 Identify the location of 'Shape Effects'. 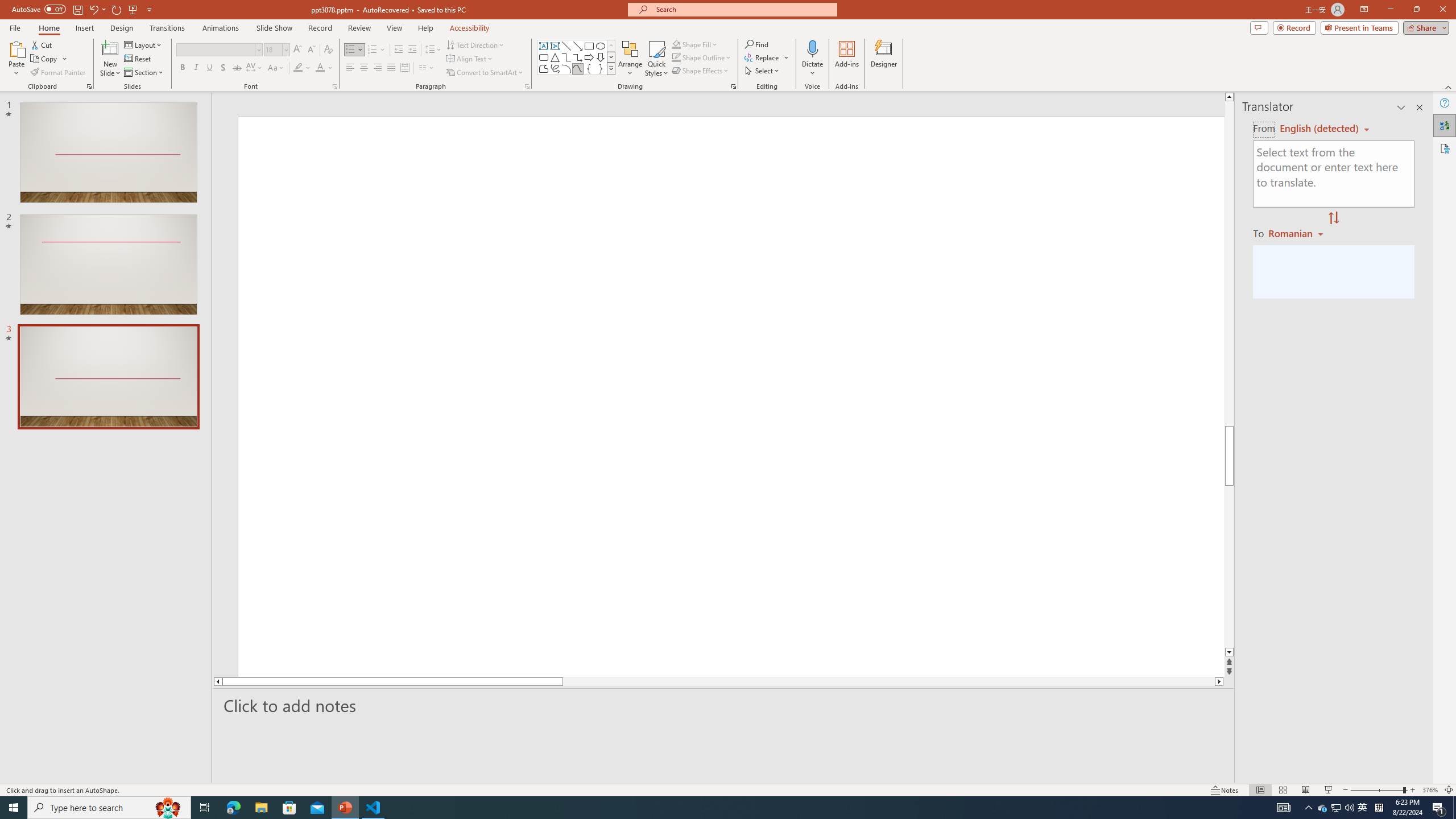
(700, 69).